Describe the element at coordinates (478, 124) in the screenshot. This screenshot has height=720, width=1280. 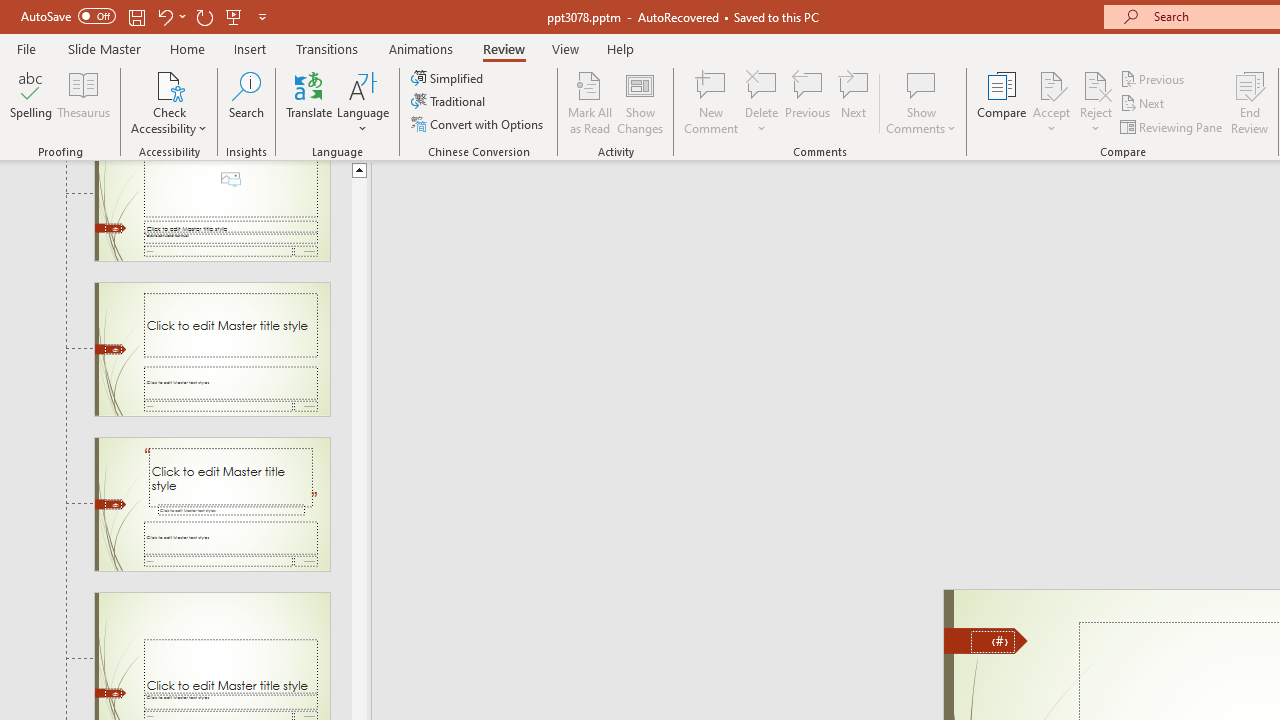
I see `'Convert with Options...'` at that location.